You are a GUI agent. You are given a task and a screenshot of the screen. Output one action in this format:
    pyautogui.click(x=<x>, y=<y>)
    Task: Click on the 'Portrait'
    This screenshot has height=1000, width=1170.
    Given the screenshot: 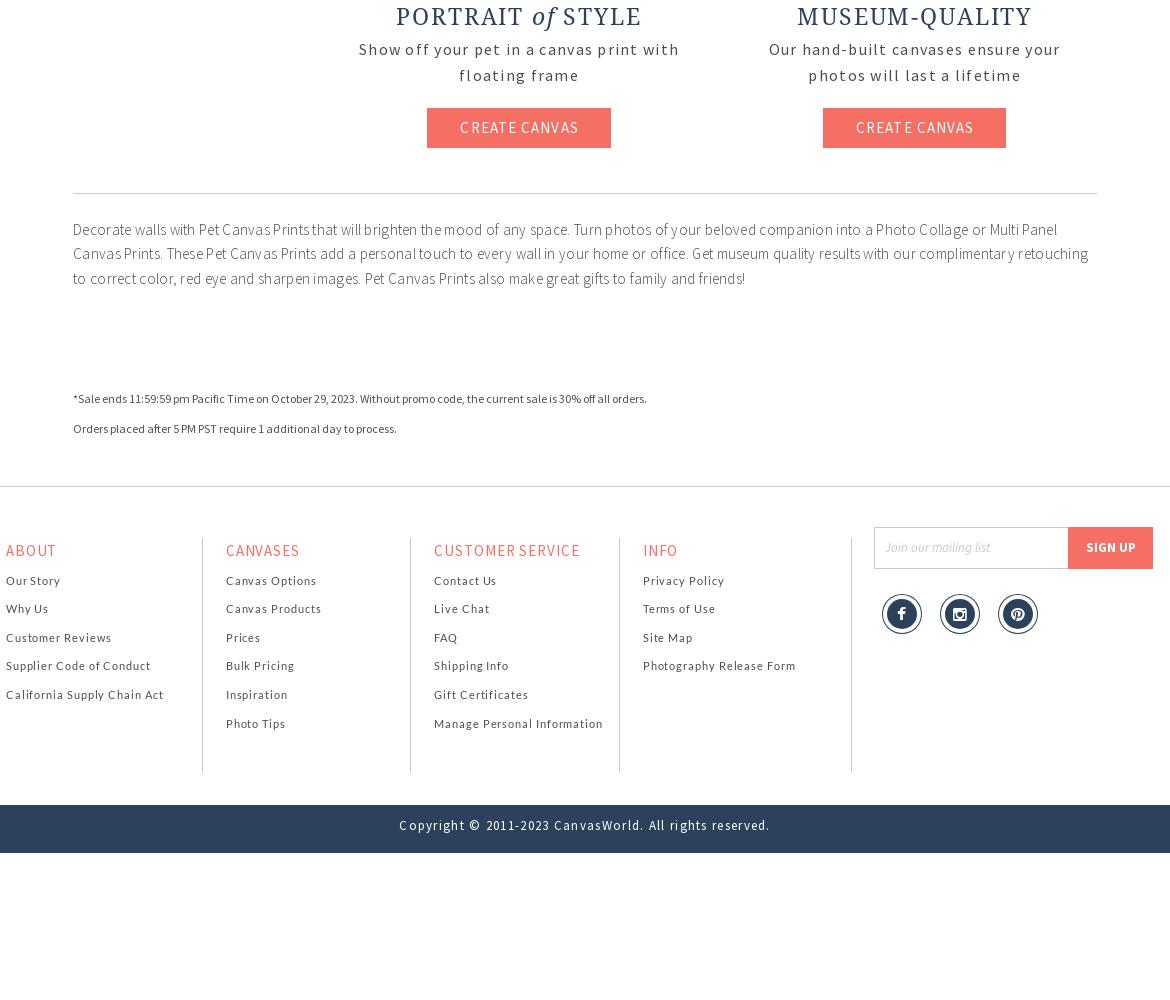 What is the action you would take?
    pyautogui.click(x=463, y=17)
    